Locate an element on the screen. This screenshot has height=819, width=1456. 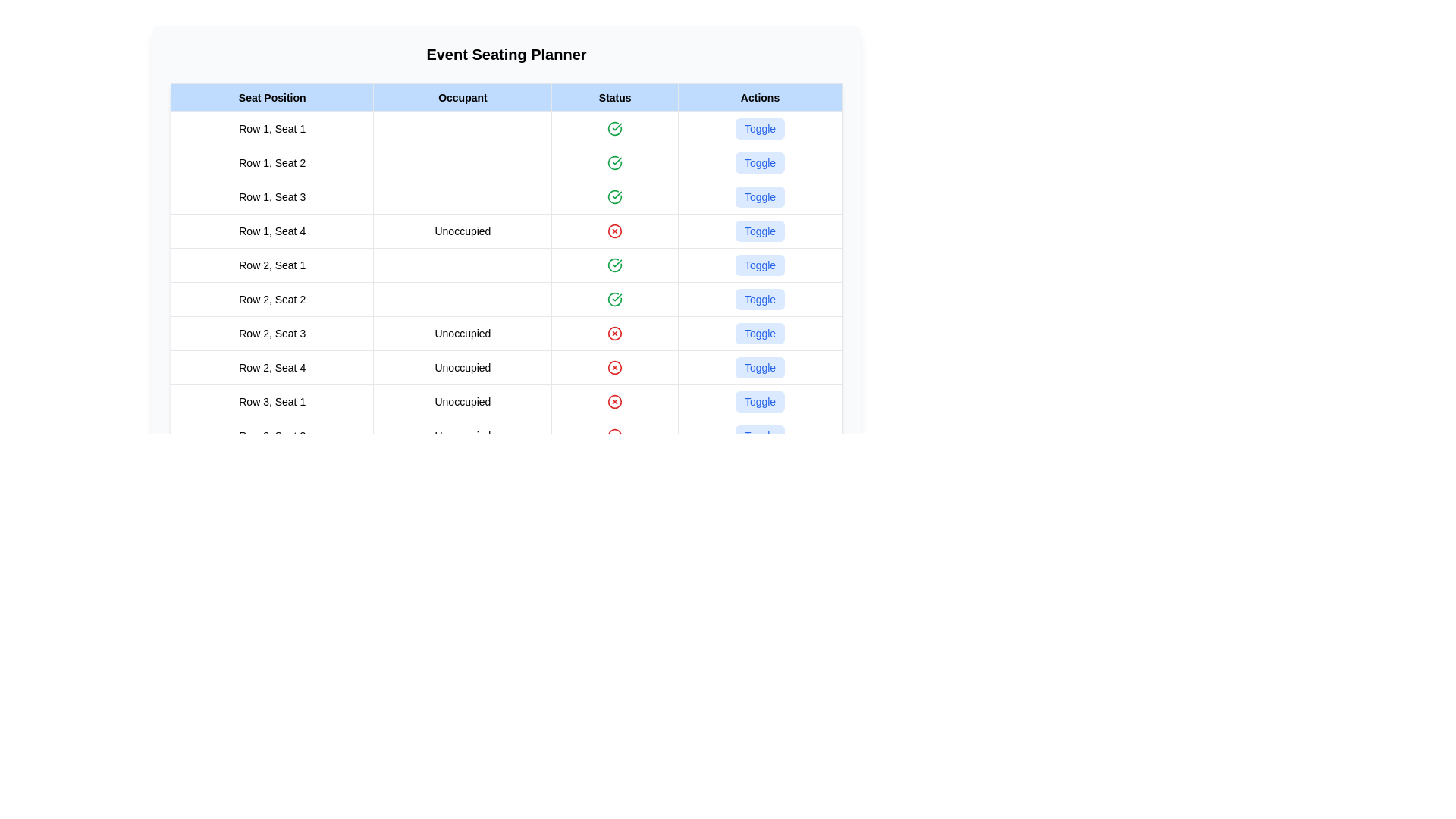
the Label indicating the occupancy status of a seat in the second row, third column of the seating planner is located at coordinates (462, 332).